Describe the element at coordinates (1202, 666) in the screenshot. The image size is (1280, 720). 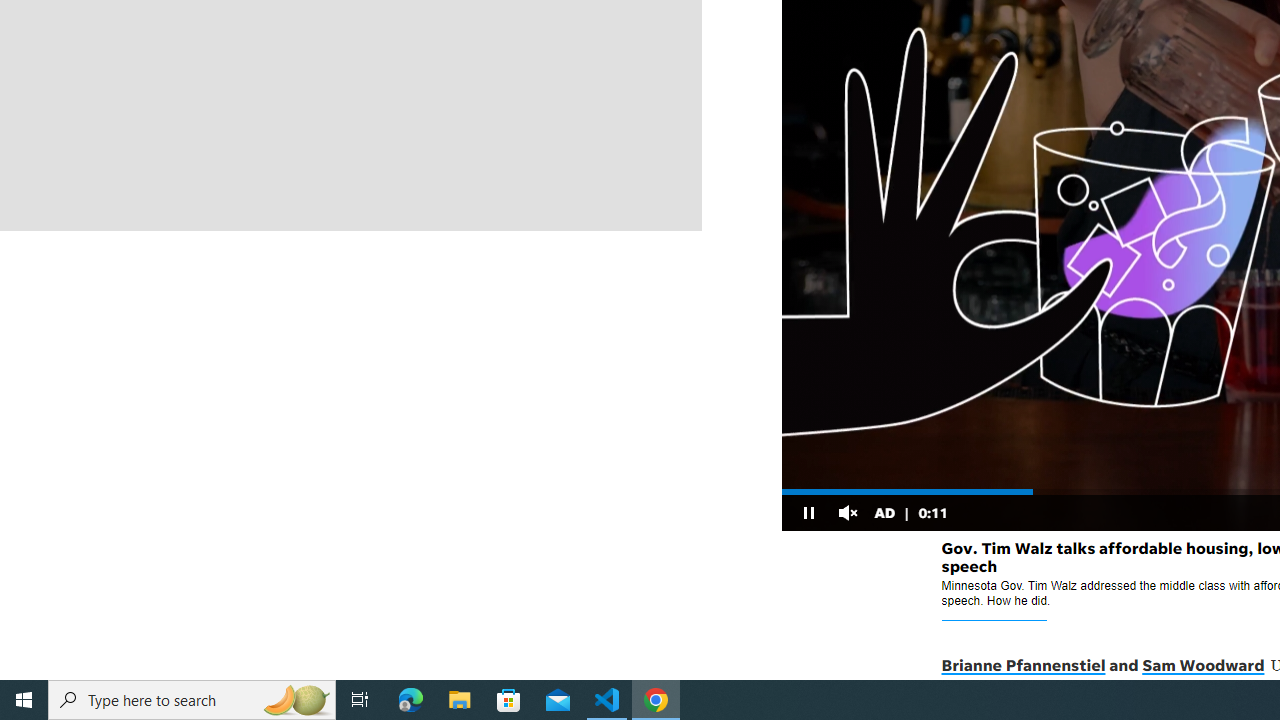
I see `'Sam Woodward'` at that location.